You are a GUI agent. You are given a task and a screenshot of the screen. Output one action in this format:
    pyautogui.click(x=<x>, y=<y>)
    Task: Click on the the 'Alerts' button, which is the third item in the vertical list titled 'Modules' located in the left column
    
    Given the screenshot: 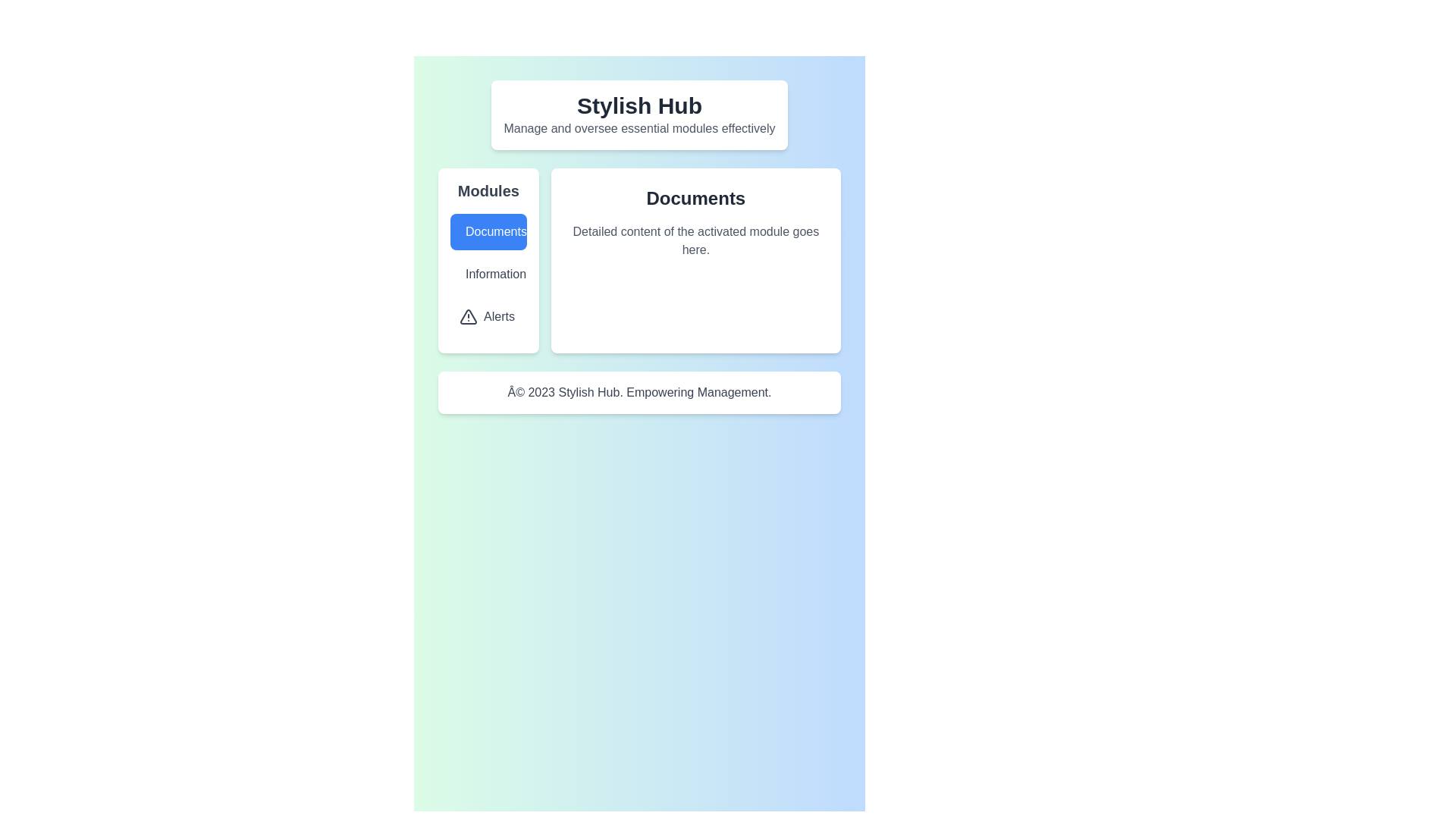 What is the action you would take?
    pyautogui.click(x=488, y=315)
    